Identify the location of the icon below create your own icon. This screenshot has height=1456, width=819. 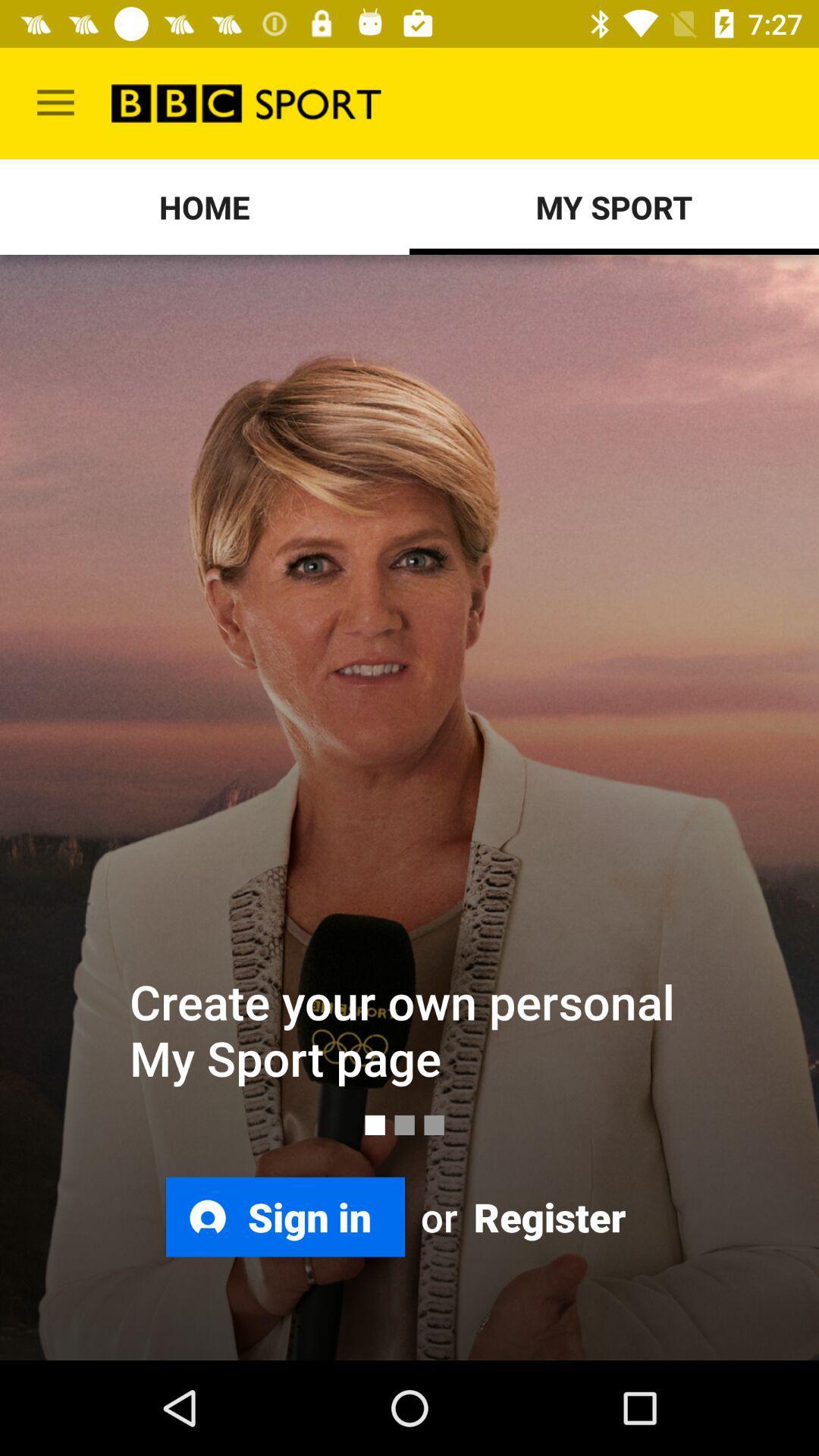
(547, 1216).